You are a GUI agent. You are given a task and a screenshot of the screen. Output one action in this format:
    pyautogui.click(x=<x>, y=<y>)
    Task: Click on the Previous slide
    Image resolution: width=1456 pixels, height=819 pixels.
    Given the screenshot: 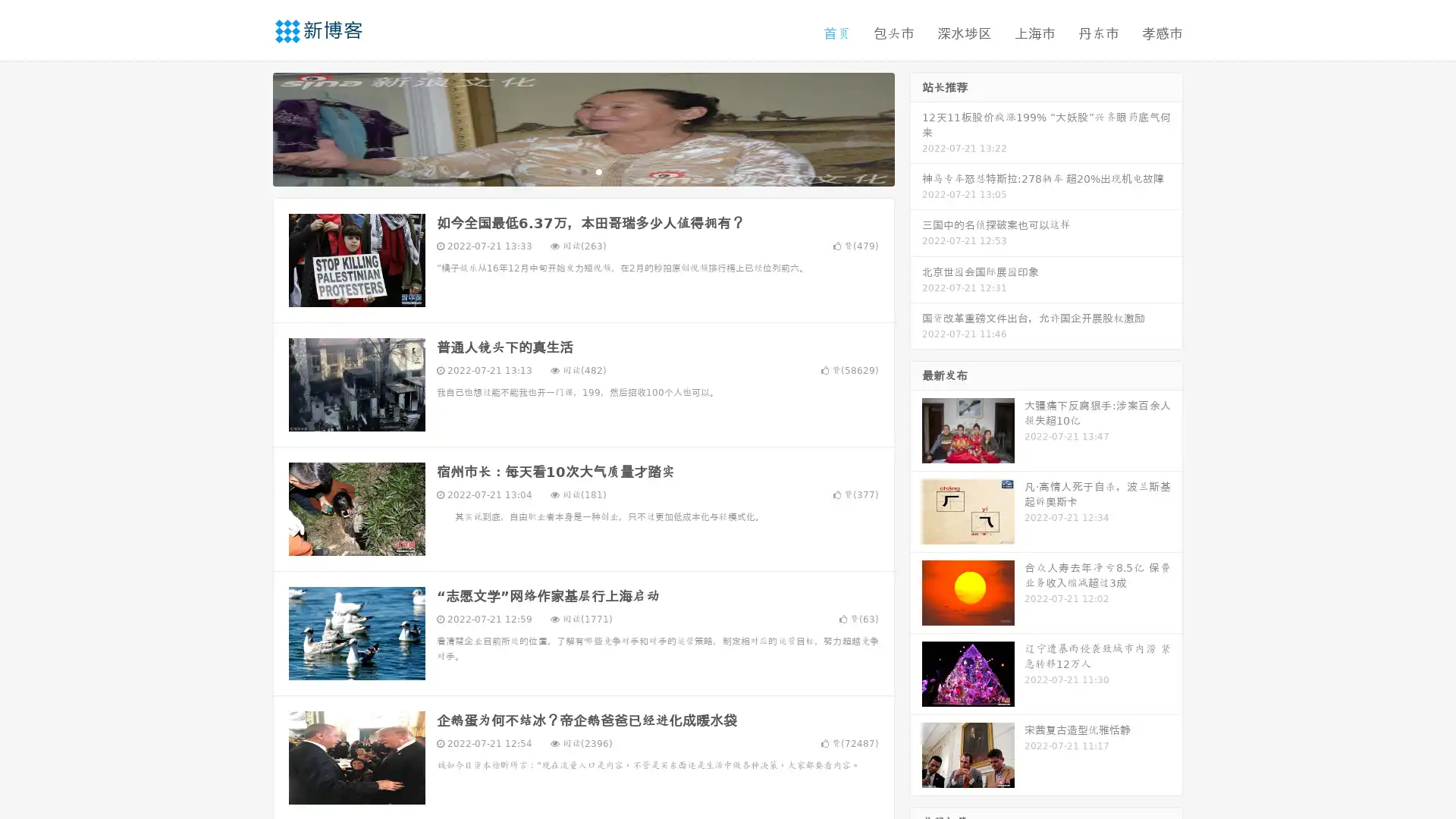 What is the action you would take?
    pyautogui.click(x=250, y=127)
    